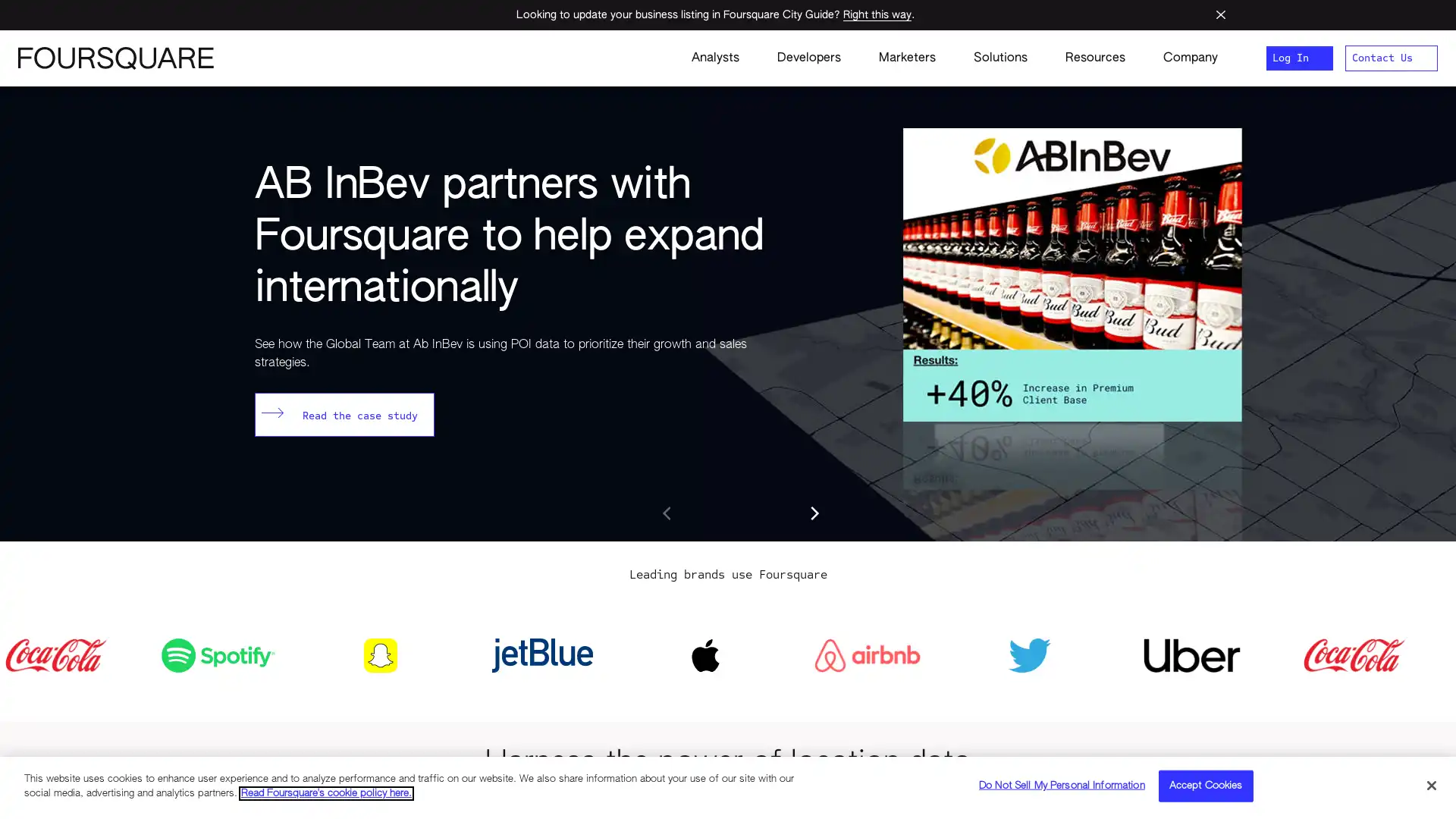 The height and width of the screenshot is (819, 1456). I want to click on close, so click(1220, 14).